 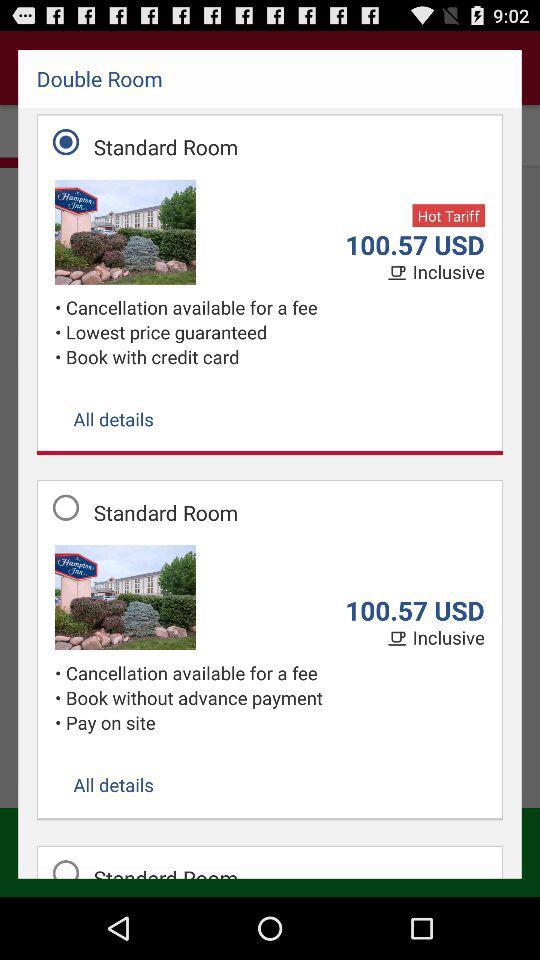 I want to click on pay on site icon, so click(x=274, y=721).